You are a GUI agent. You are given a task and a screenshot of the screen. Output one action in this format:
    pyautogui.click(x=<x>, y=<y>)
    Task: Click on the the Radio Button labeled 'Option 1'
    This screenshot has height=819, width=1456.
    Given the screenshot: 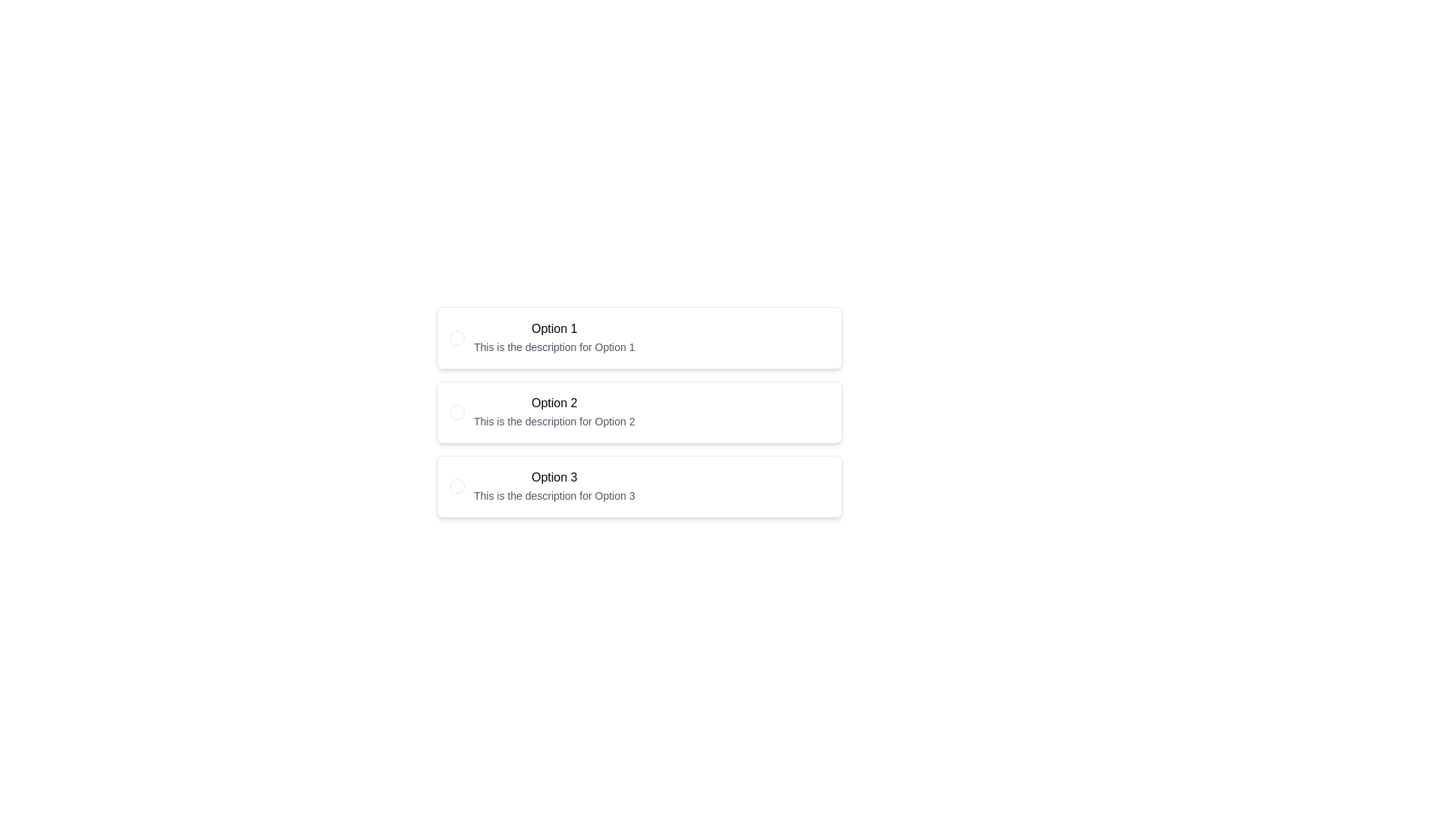 What is the action you would take?
    pyautogui.click(x=457, y=337)
    